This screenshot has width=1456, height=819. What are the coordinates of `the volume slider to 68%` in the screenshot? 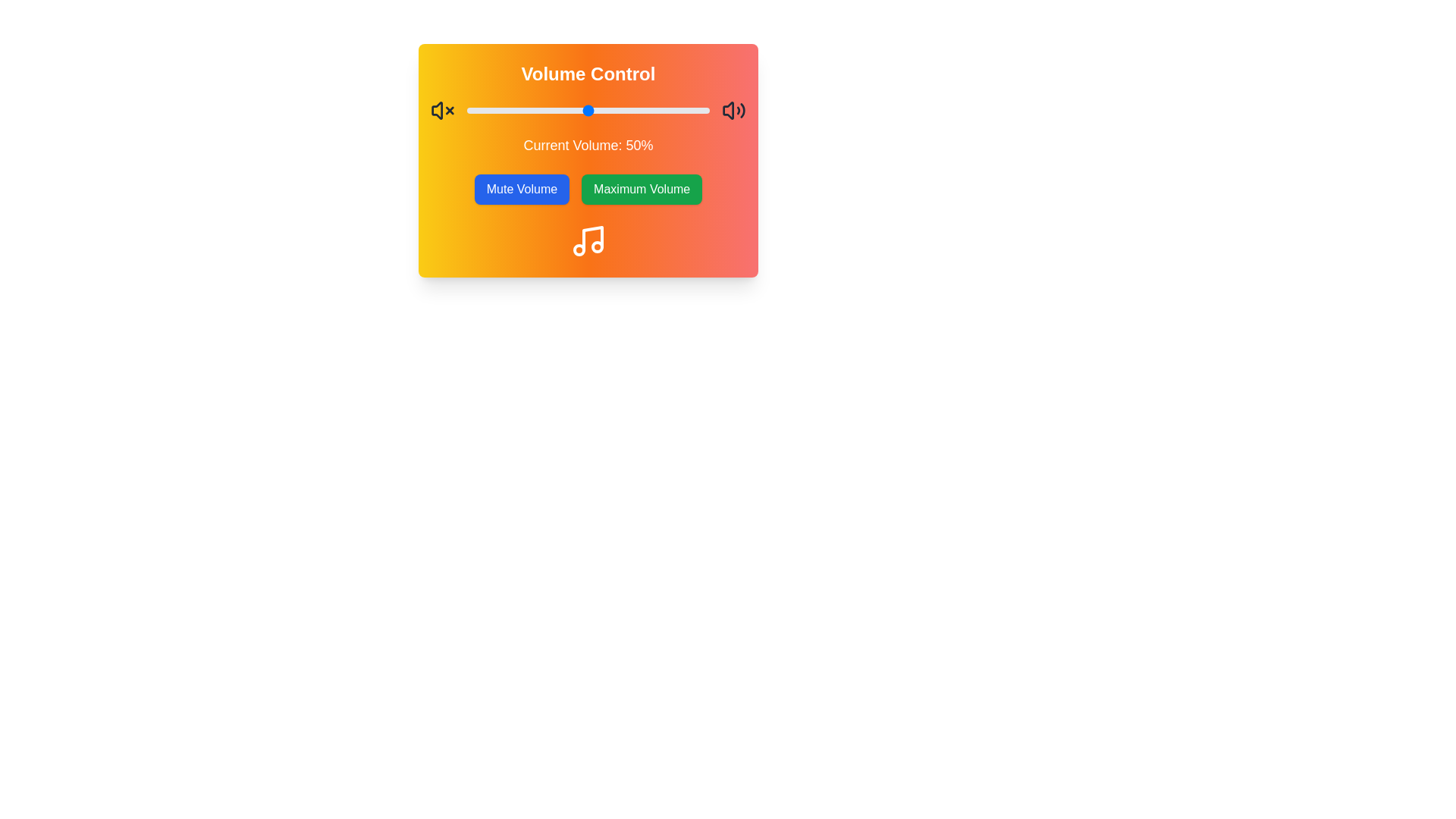 It's located at (632, 110).